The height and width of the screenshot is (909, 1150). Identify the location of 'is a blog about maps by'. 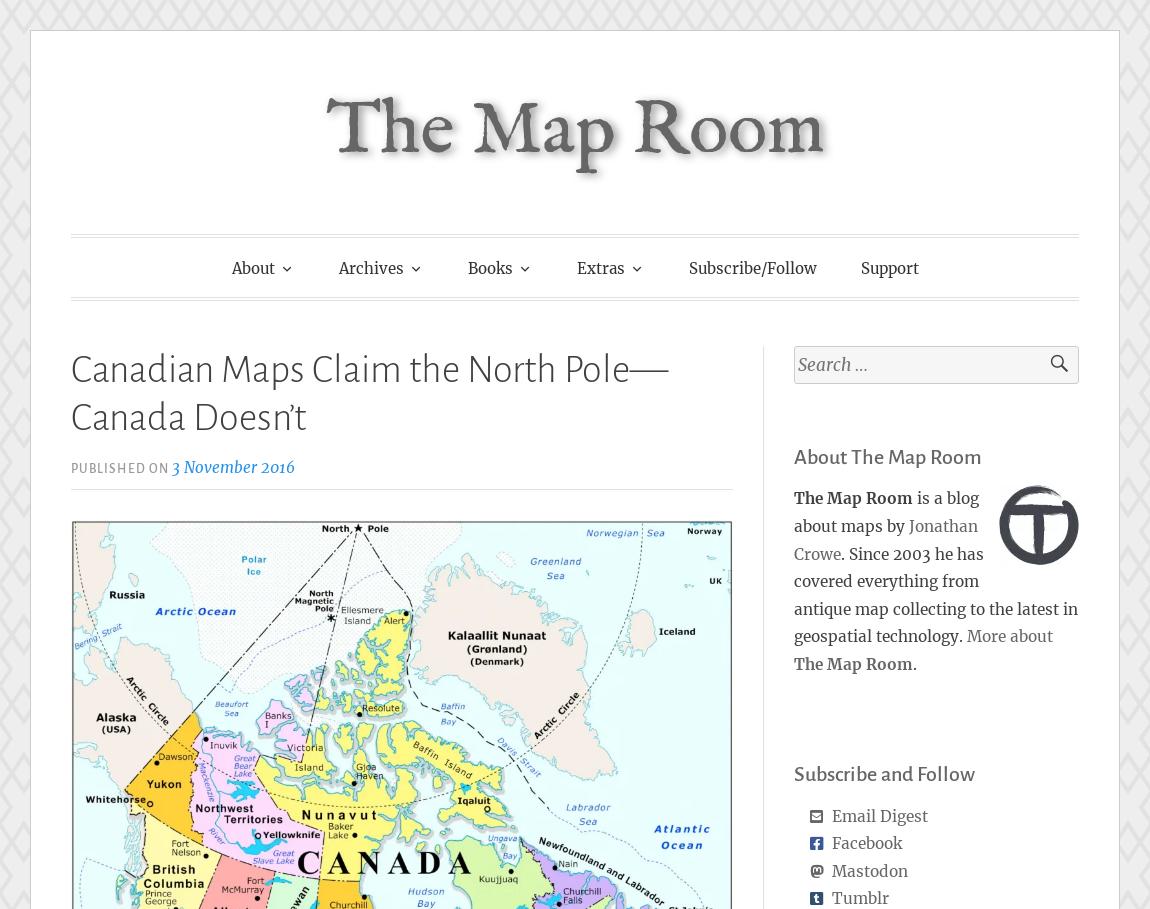
(792, 511).